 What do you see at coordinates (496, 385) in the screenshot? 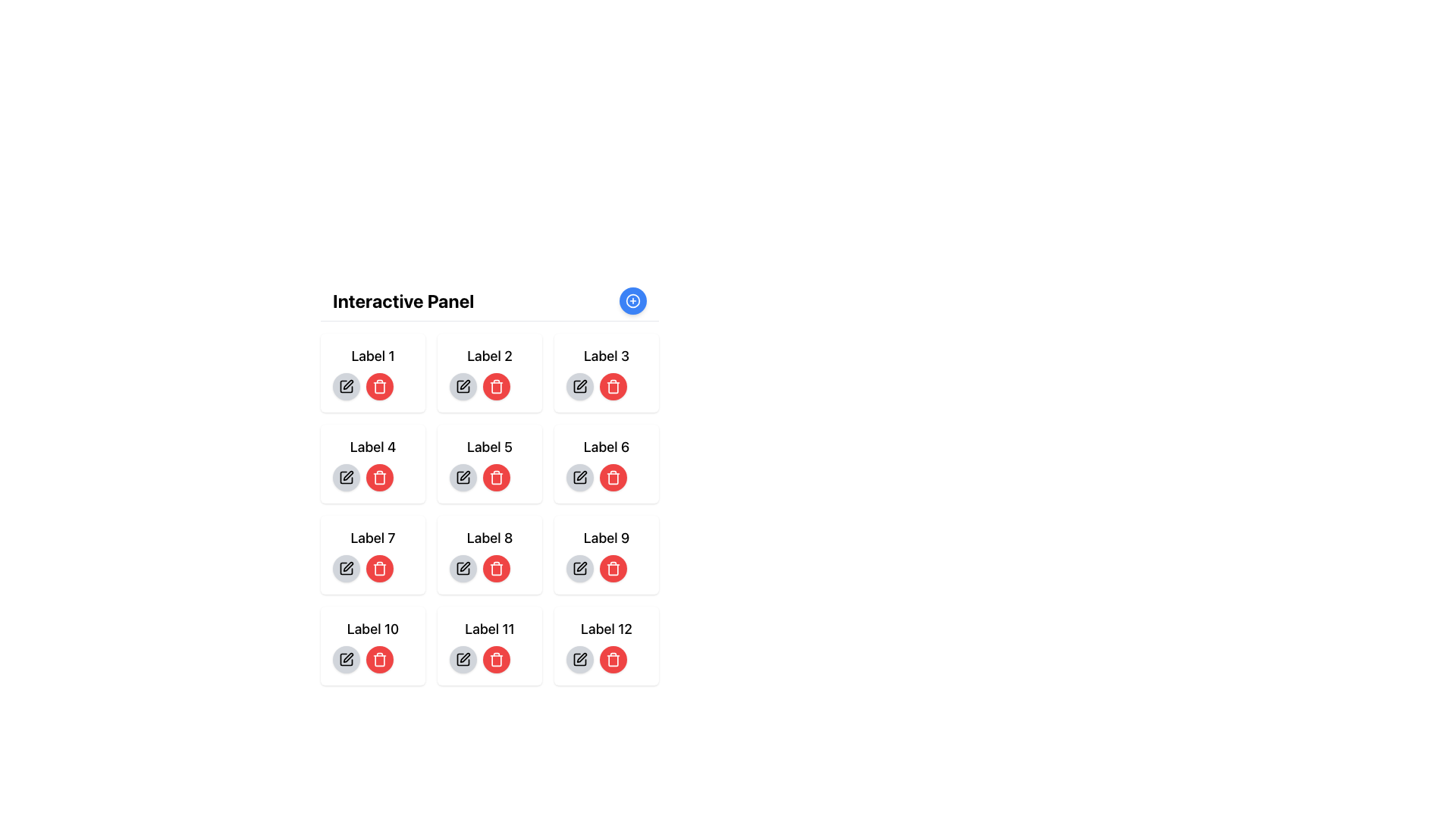
I see `the red circular button icon styled as a trash can, located in the second column of the first row next to 'Label 2'` at bounding box center [496, 385].